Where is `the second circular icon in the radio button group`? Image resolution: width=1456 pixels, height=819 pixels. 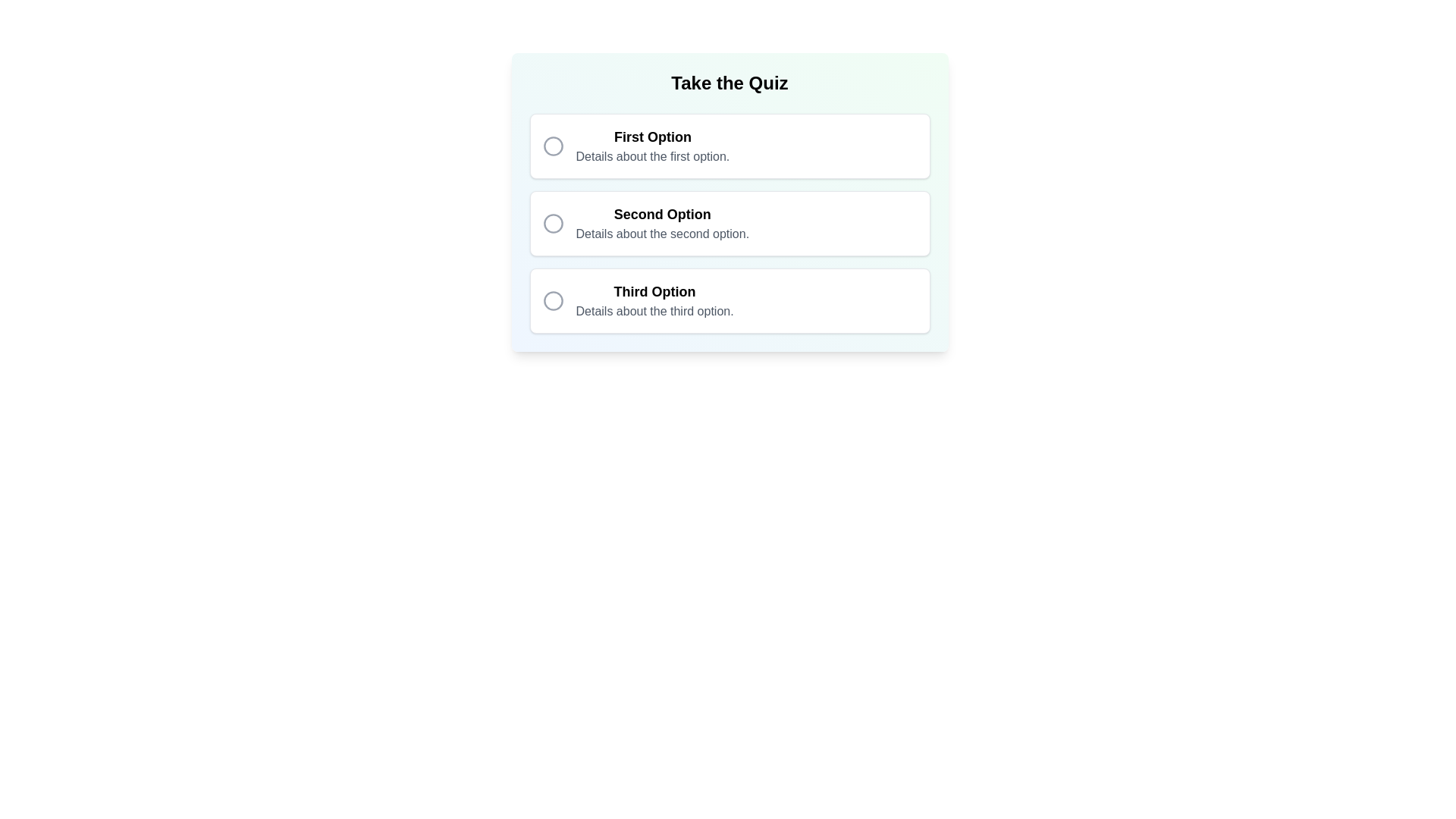 the second circular icon in the radio button group is located at coordinates (552, 223).